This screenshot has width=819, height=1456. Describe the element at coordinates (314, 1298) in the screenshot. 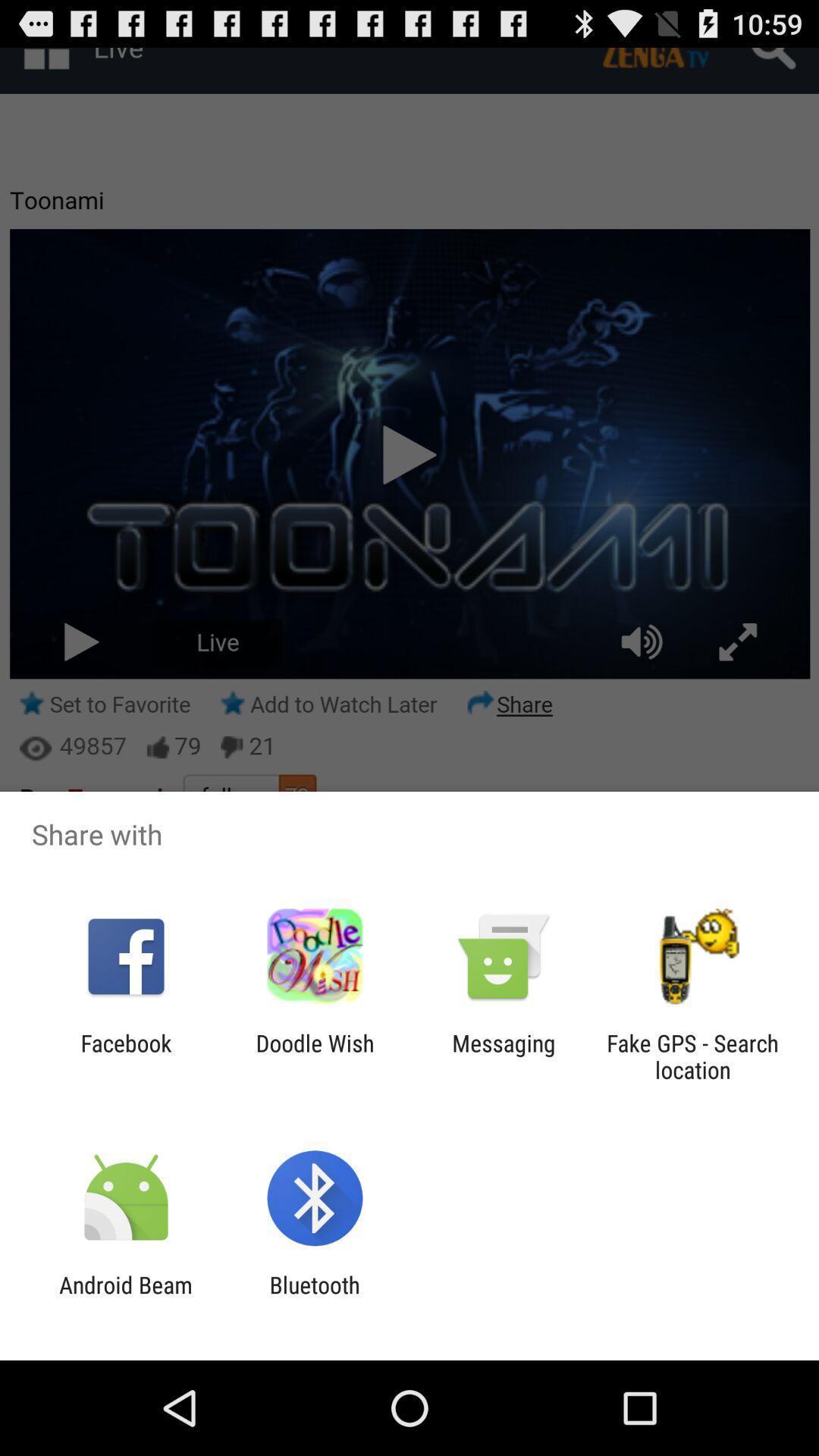

I see `the bluetooth` at that location.